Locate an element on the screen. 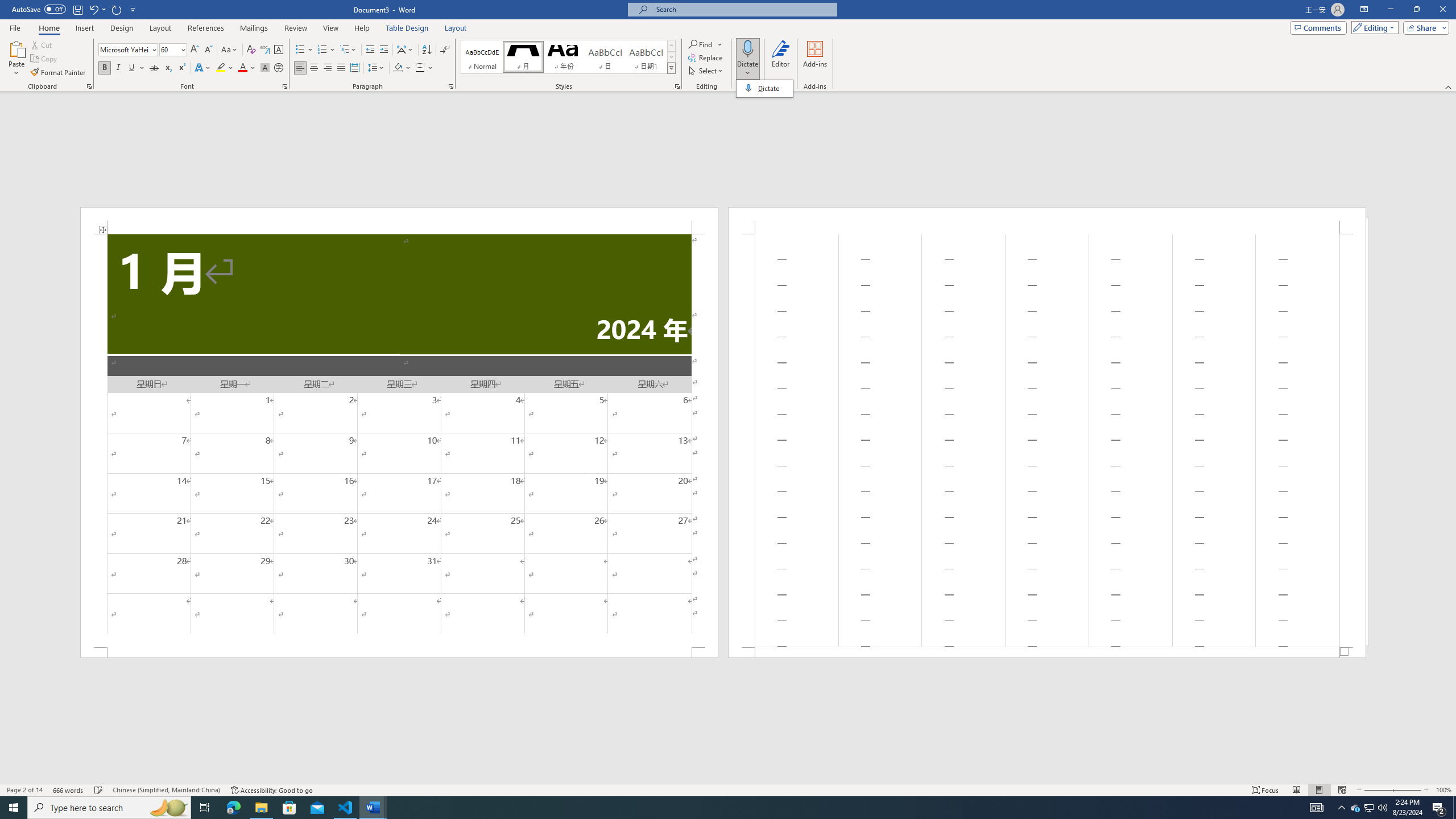  'Borders' is located at coordinates (419, 67).